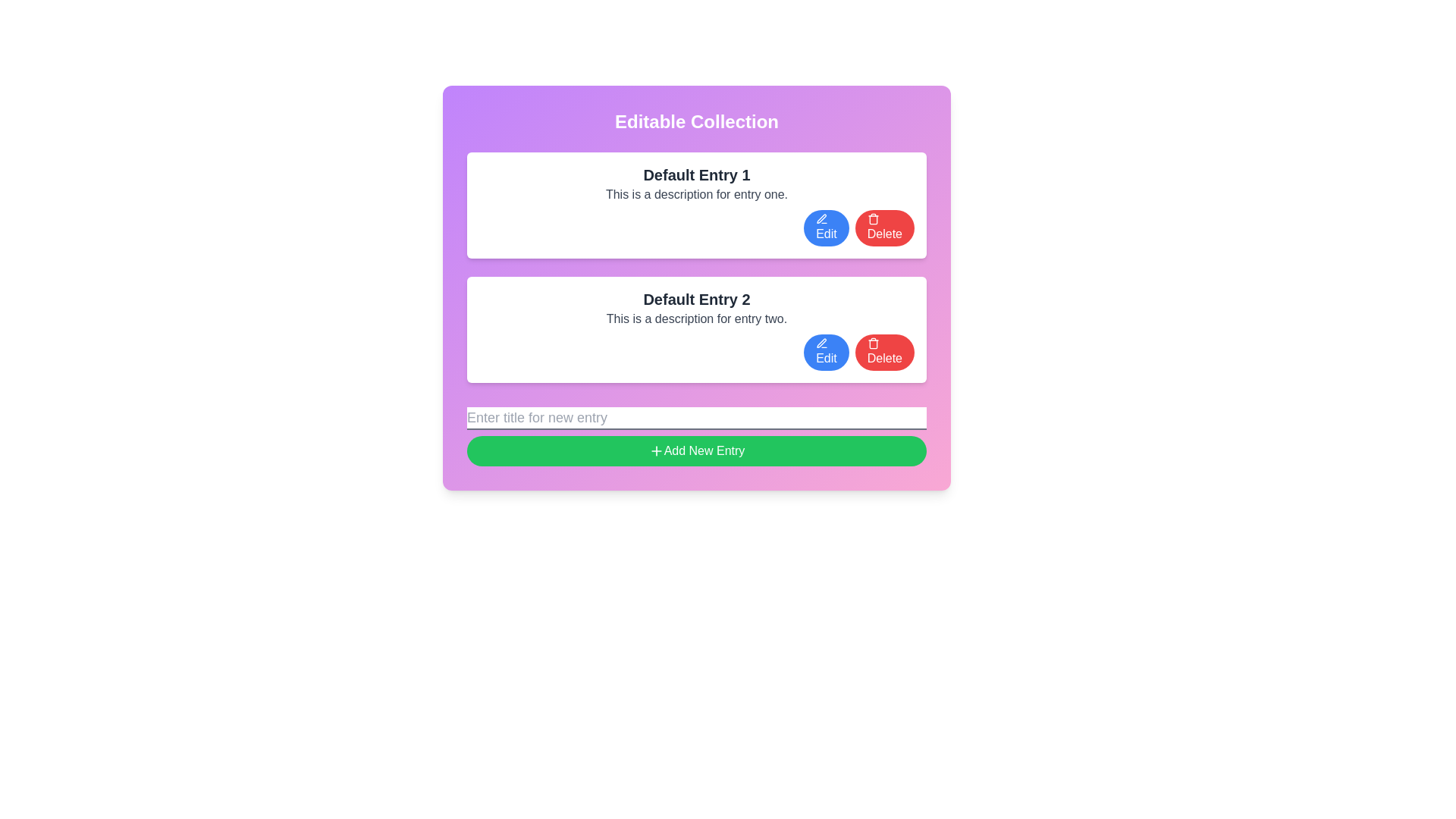  What do you see at coordinates (821, 218) in the screenshot?
I see `the 'Edit' button with the pen icon, which is circular with a blue background and located to the right of 'Default Entry 1'` at bounding box center [821, 218].